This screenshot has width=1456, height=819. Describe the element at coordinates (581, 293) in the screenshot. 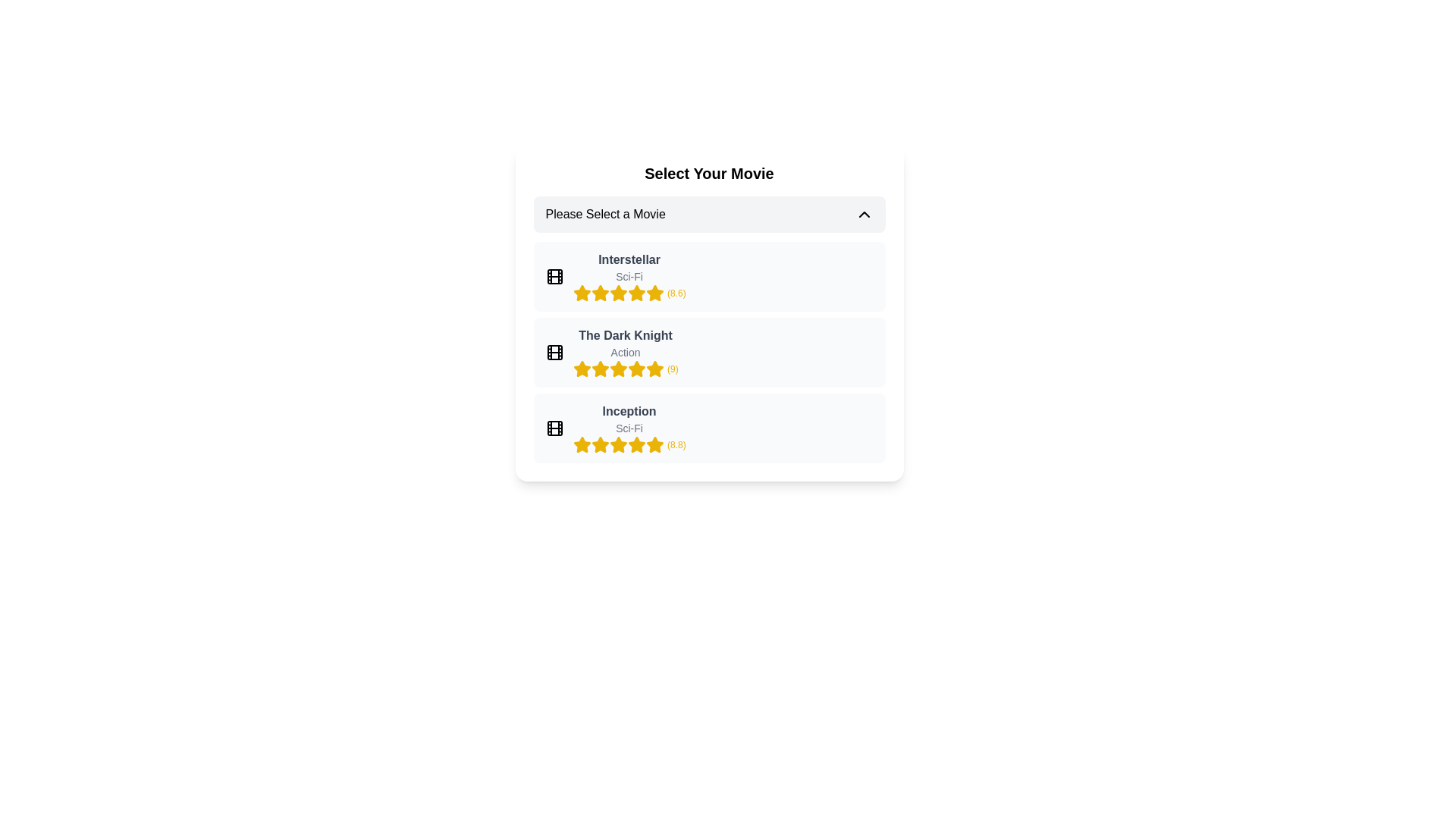

I see `the first star icon in the rating system for the movie 'Interstellar', which is located to the right of the movie title and genre text, and left of the numerical rating value '(8.6)'` at that location.